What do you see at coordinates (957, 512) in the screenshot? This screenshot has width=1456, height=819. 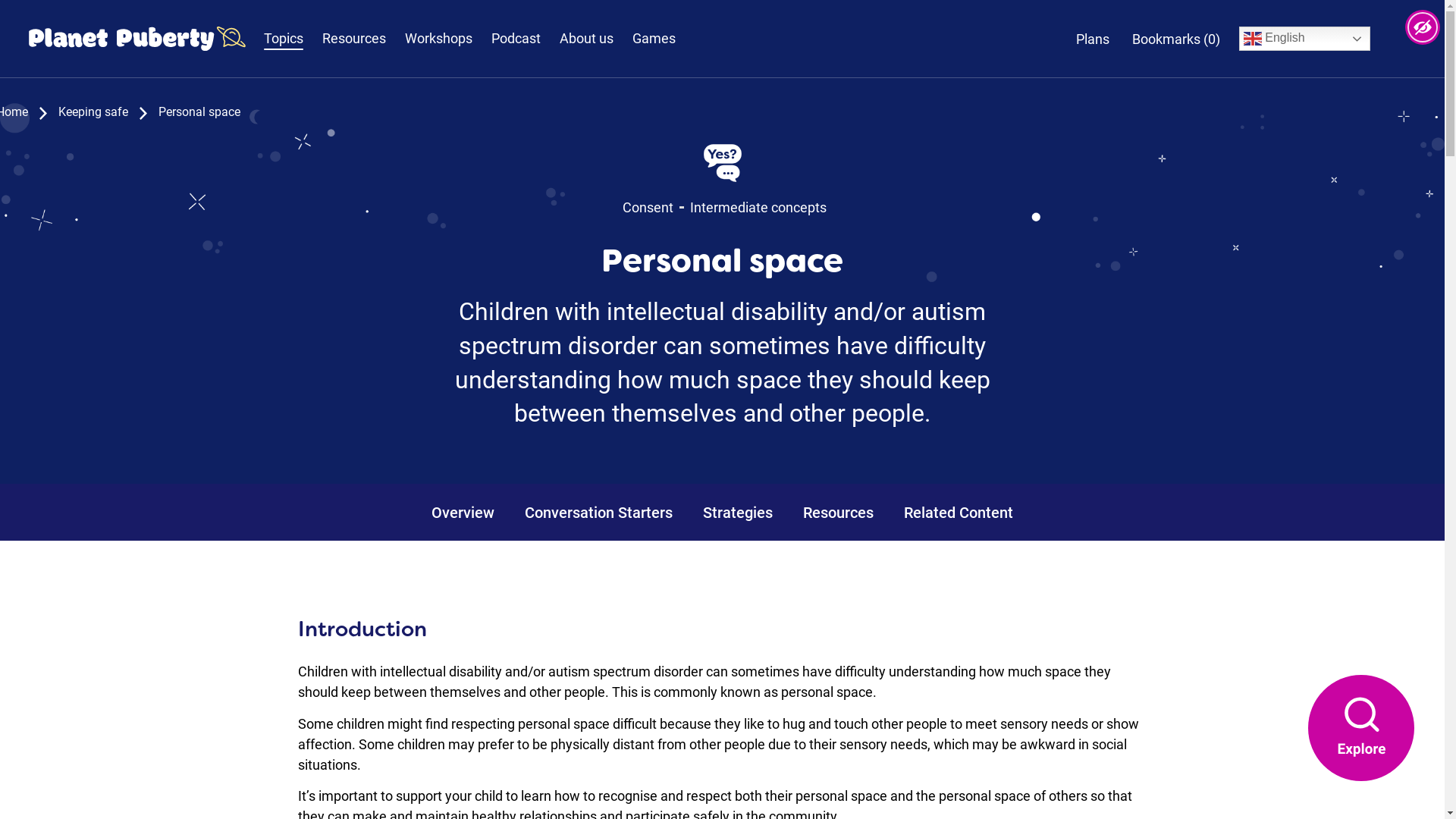 I see `'Related Content'` at bounding box center [957, 512].